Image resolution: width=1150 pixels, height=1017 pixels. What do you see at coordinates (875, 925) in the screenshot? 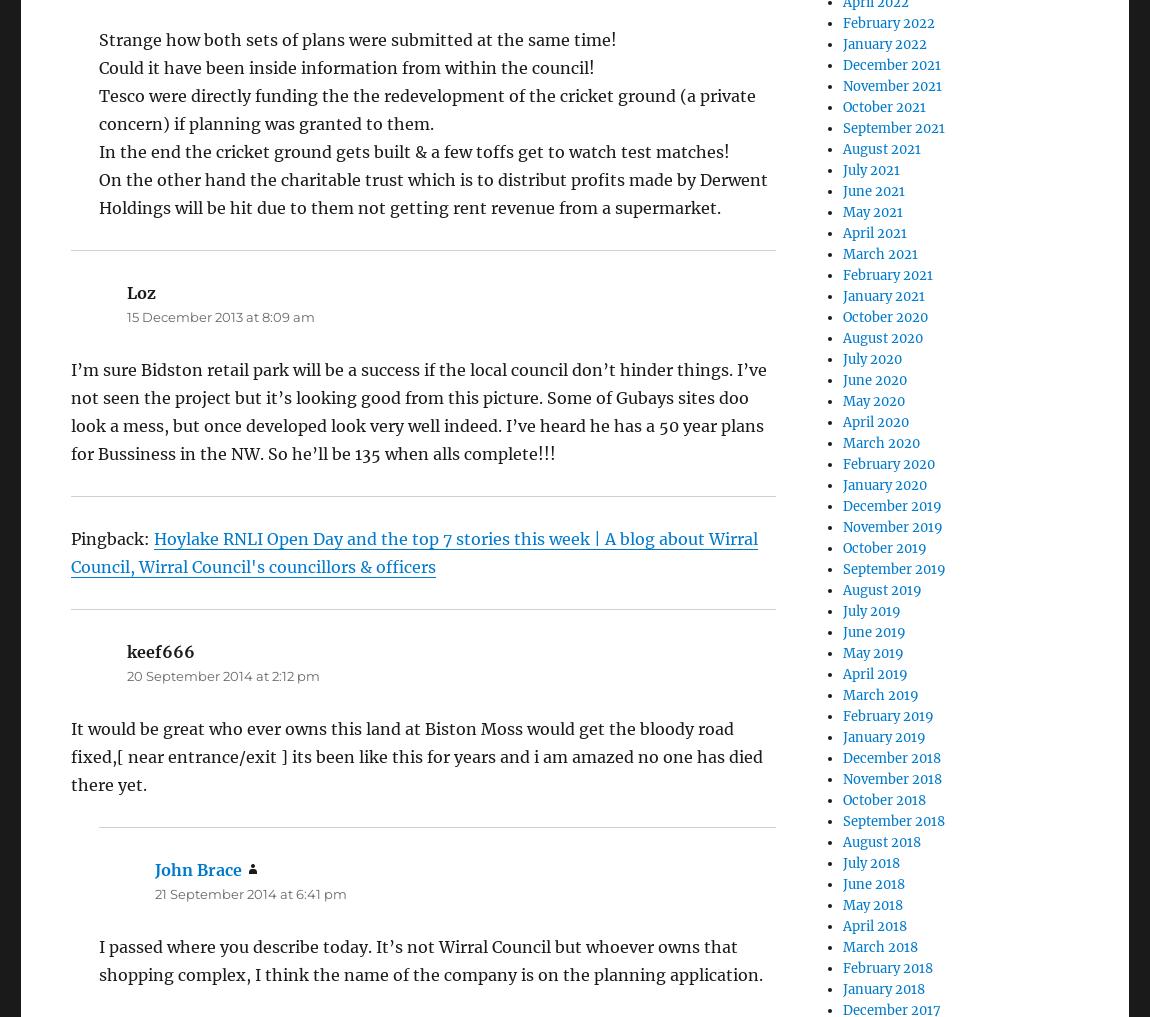
I see `'April 2018'` at bounding box center [875, 925].